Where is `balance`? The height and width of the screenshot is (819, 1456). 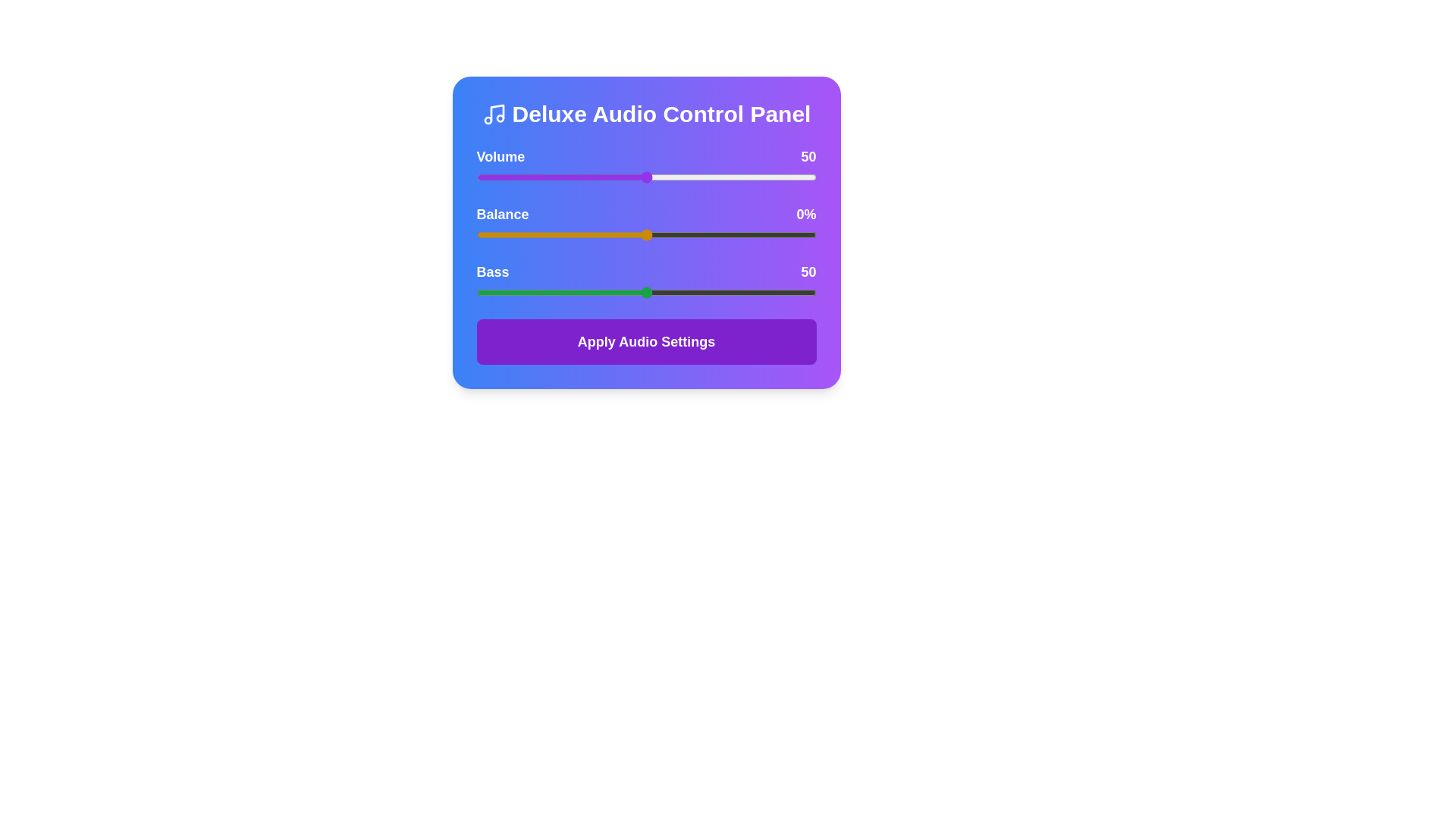
balance is located at coordinates (700, 234).